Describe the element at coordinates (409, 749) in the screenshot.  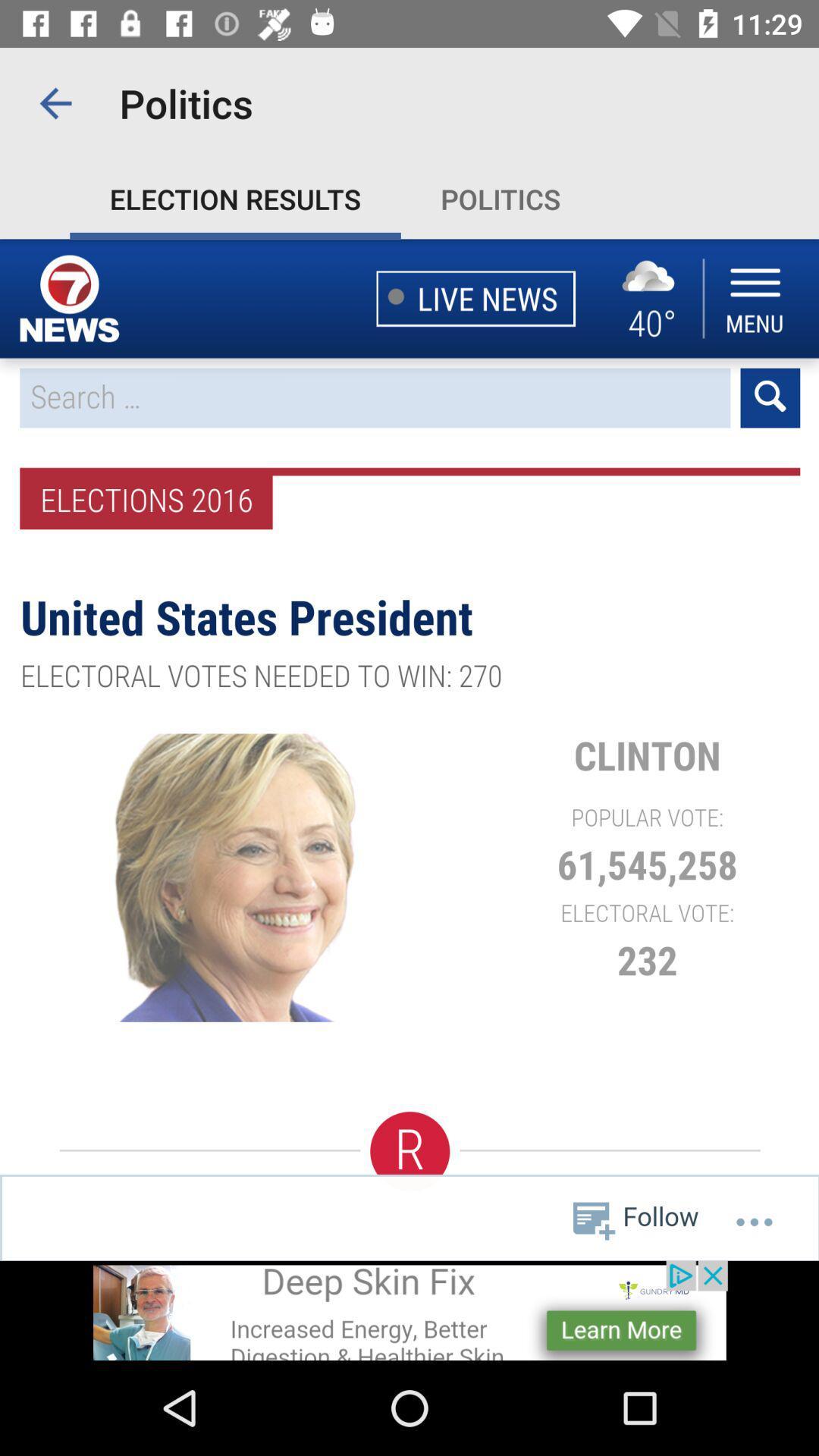
I see `7 news election results` at that location.